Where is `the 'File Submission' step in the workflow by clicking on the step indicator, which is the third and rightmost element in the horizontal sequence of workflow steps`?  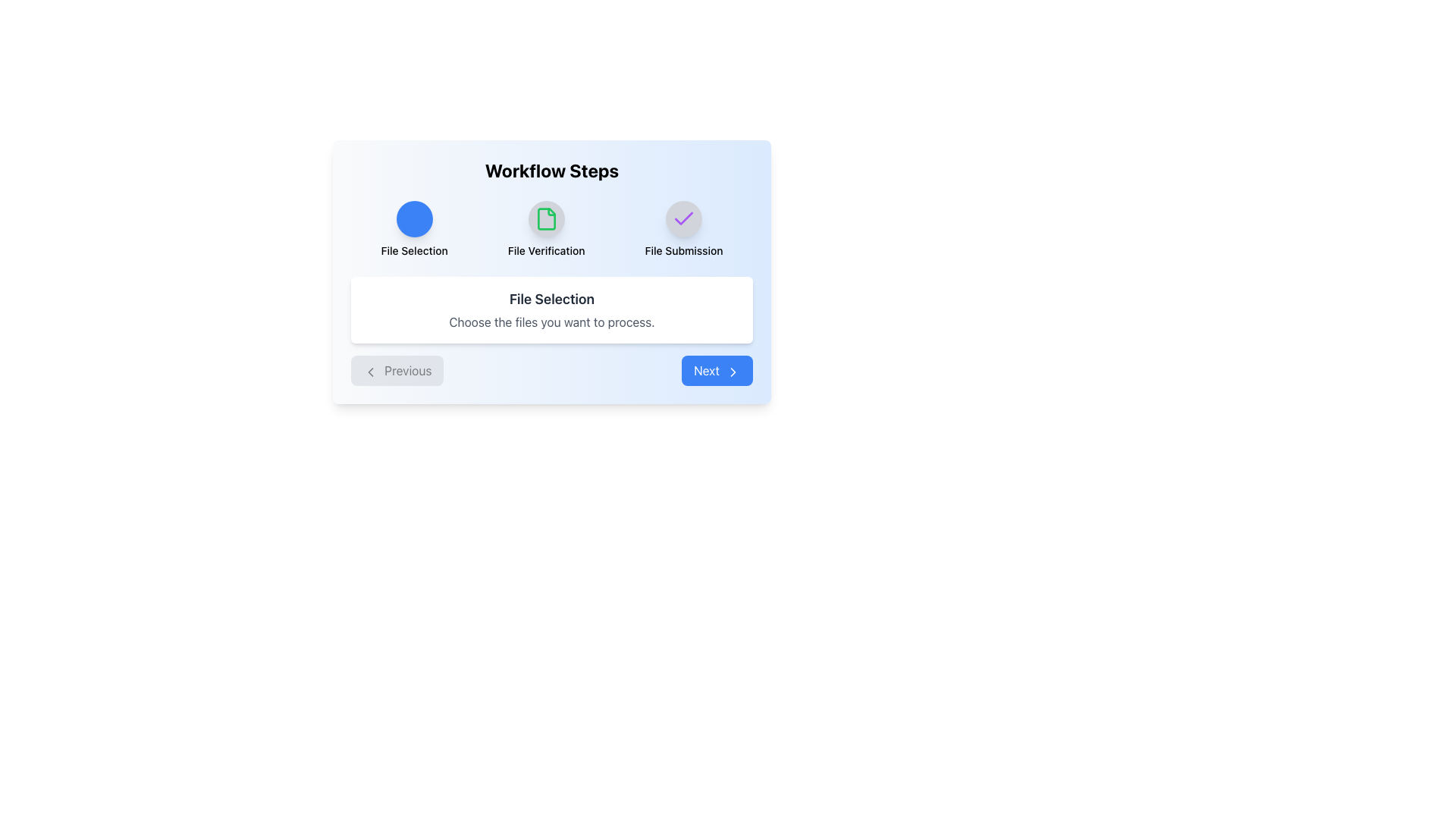
the 'File Submission' step in the workflow by clicking on the step indicator, which is the third and rightmost element in the horizontal sequence of workflow steps is located at coordinates (683, 230).